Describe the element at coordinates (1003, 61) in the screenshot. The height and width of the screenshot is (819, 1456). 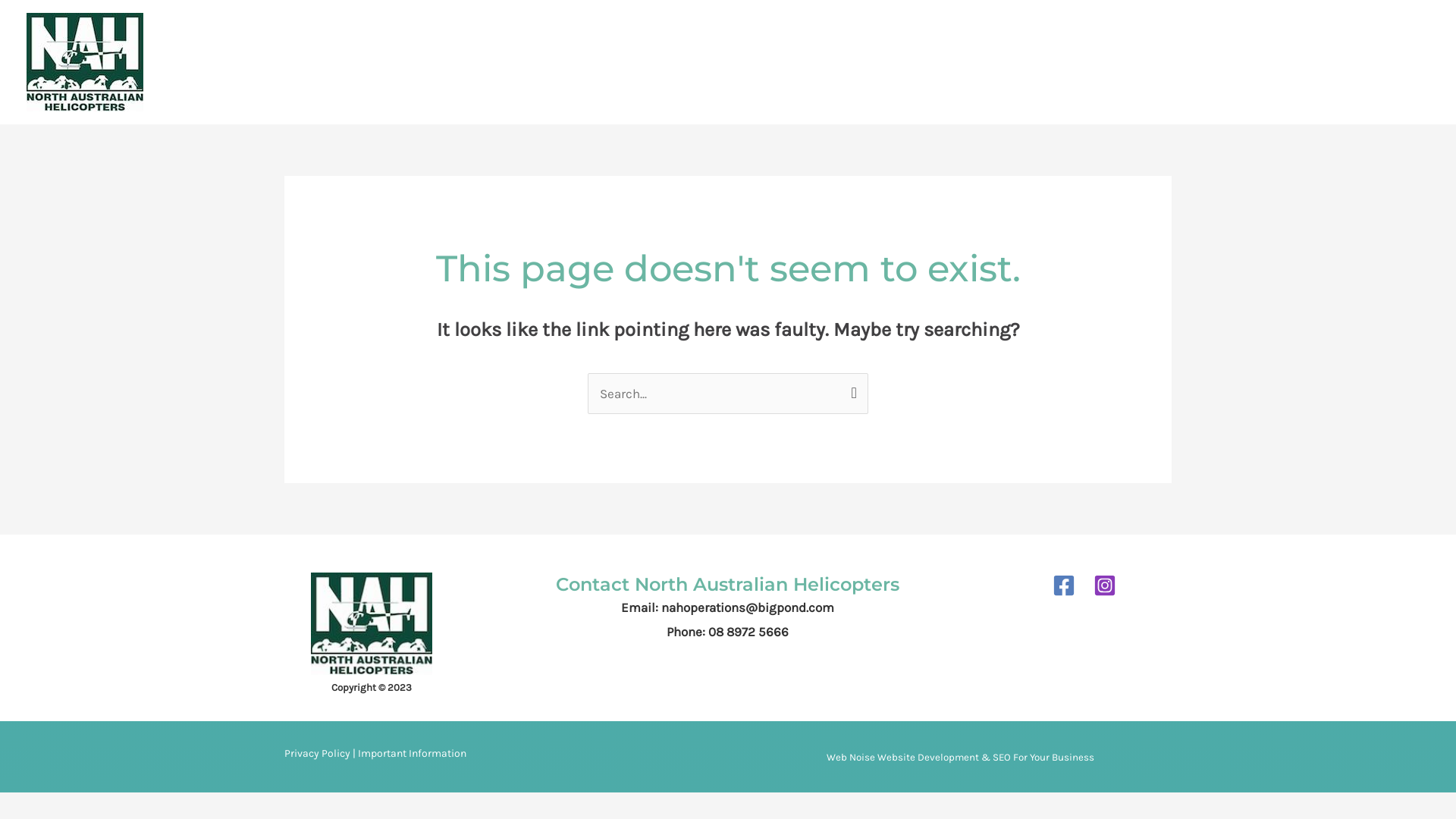
I see `'Our Services & Fleet'` at that location.